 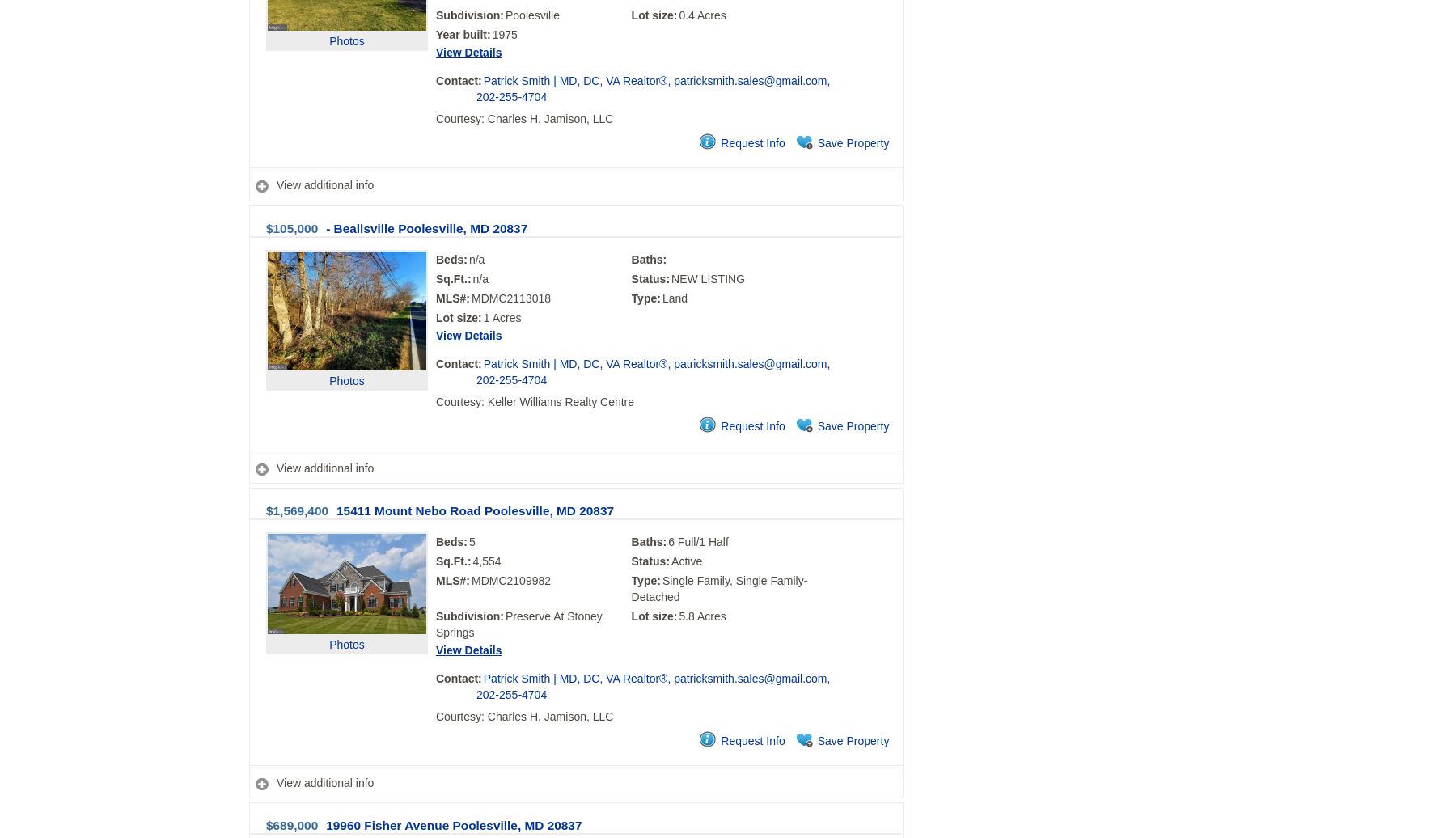 I want to click on 'Active', so click(x=687, y=560).